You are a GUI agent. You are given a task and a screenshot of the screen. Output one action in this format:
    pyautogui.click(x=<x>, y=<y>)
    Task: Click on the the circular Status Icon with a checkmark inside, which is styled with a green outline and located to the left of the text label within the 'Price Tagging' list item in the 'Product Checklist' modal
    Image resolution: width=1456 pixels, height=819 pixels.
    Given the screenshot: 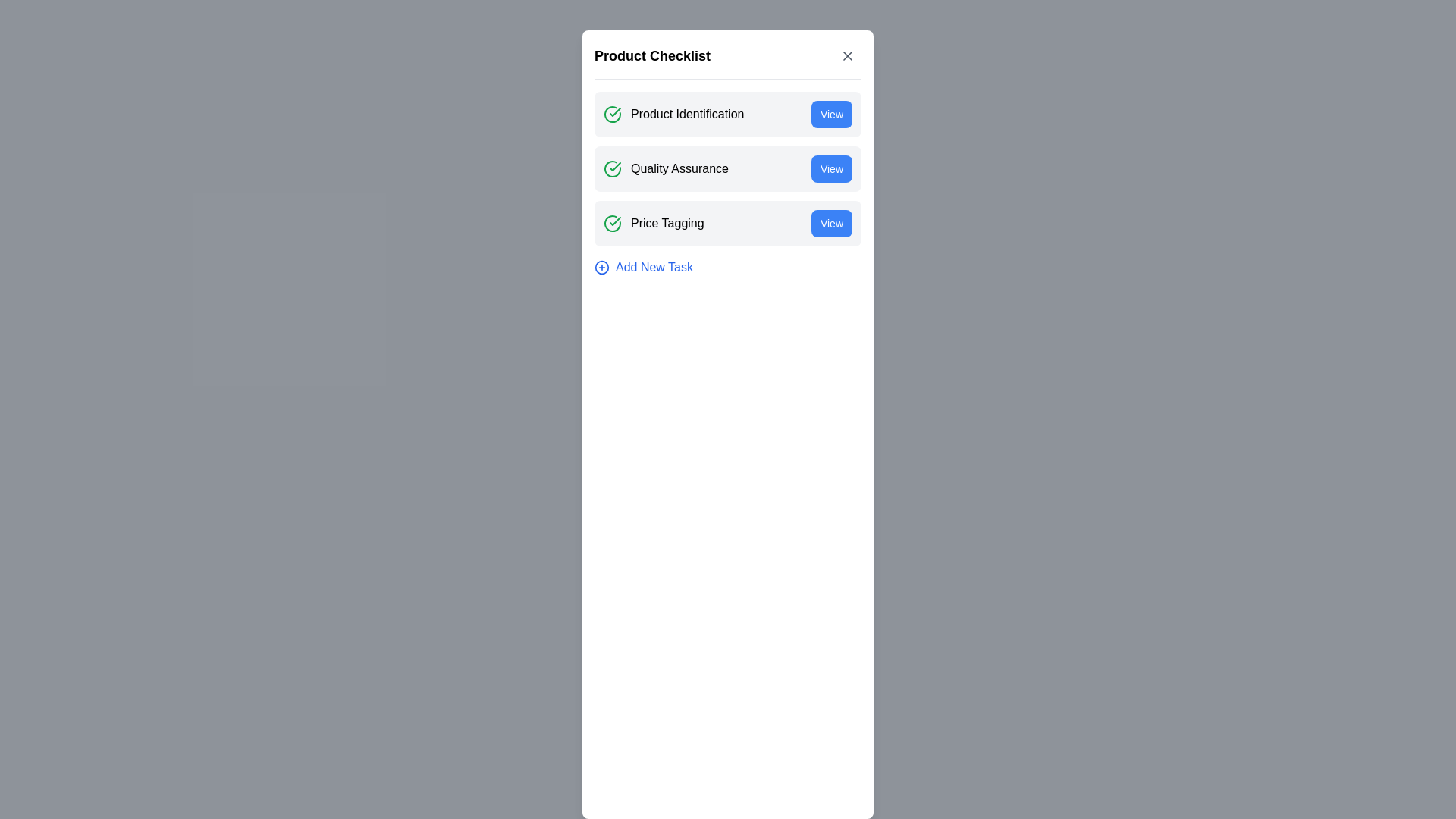 What is the action you would take?
    pyautogui.click(x=612, y=223)
    